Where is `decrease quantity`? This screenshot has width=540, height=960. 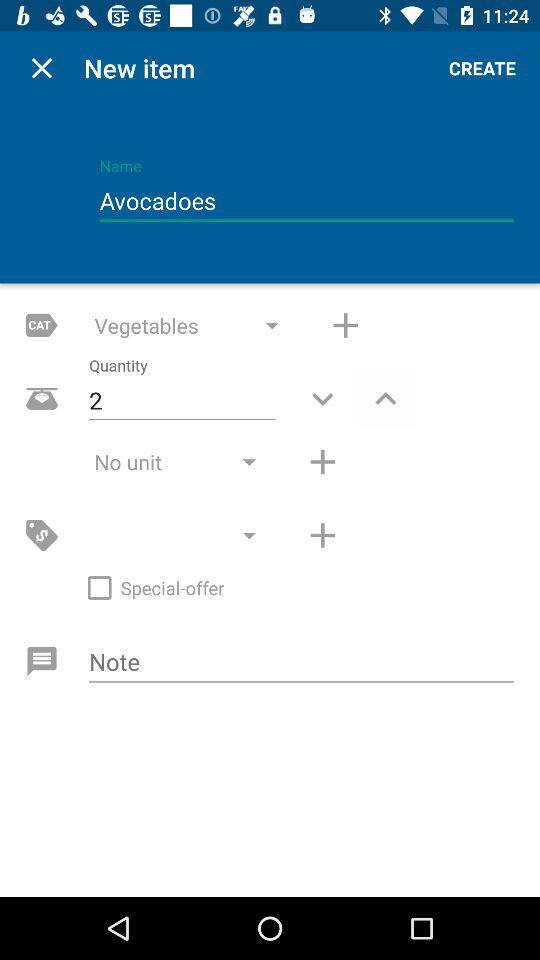
decrease quantity is located at coordinates (322, 397).